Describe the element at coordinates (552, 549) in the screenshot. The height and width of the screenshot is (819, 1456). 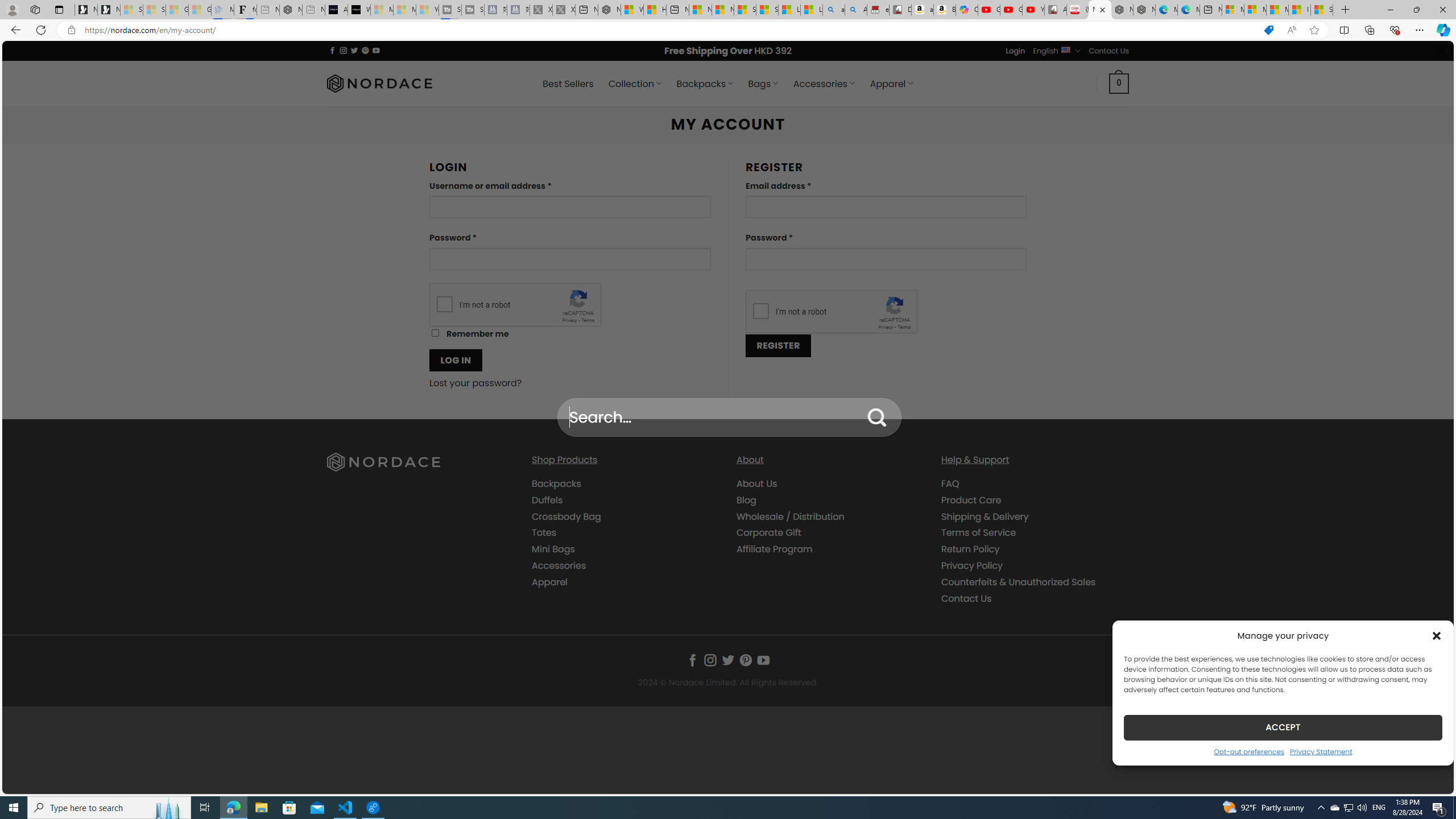
I see `'Mini Bags'` at that location.